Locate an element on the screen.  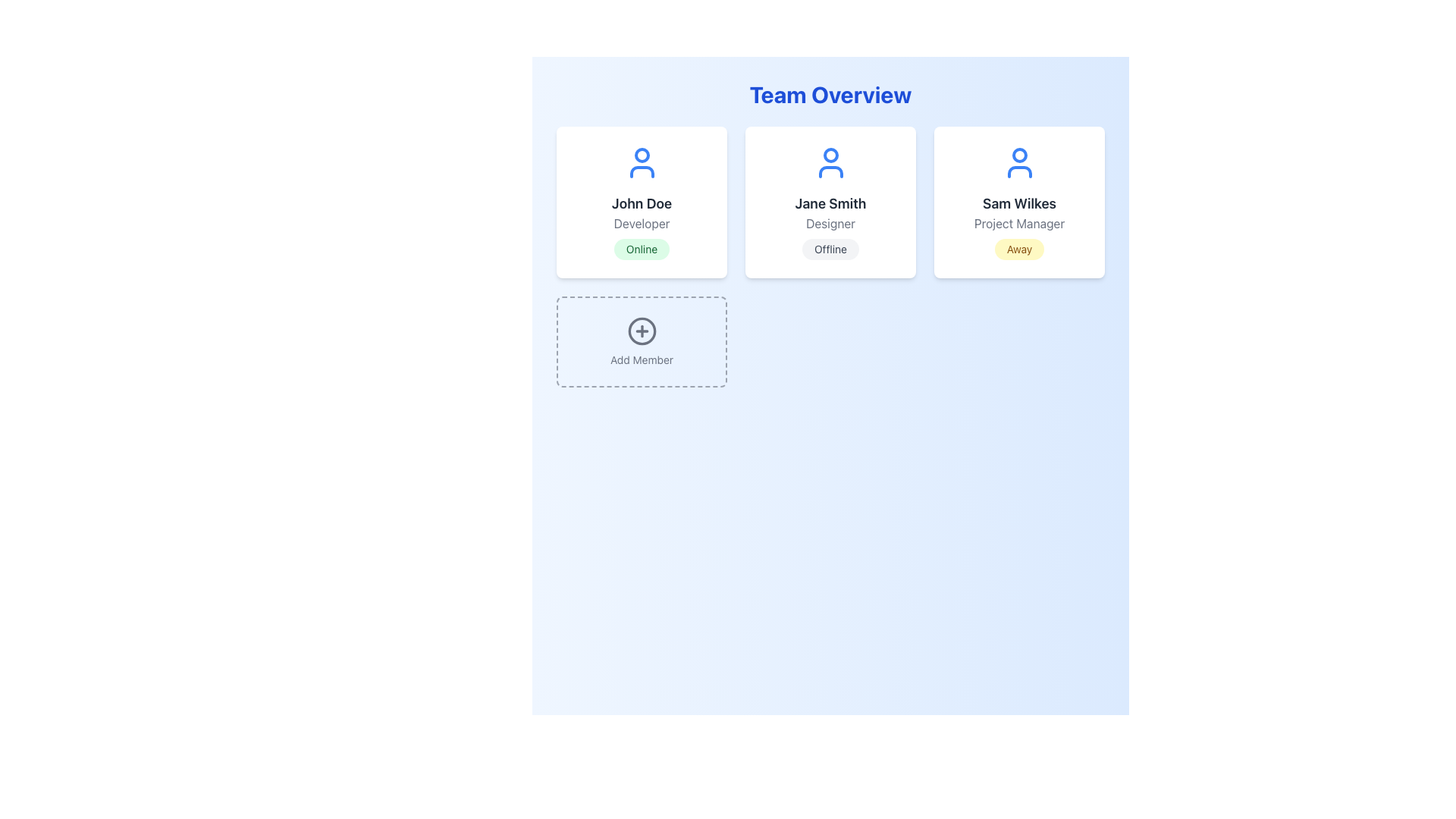
the text label indicating the role or title associated with 'Jane Smith', which is positioned below the name and above the 'Offline' status indicator in the middle column of the card is located at coordinates (830, 223).